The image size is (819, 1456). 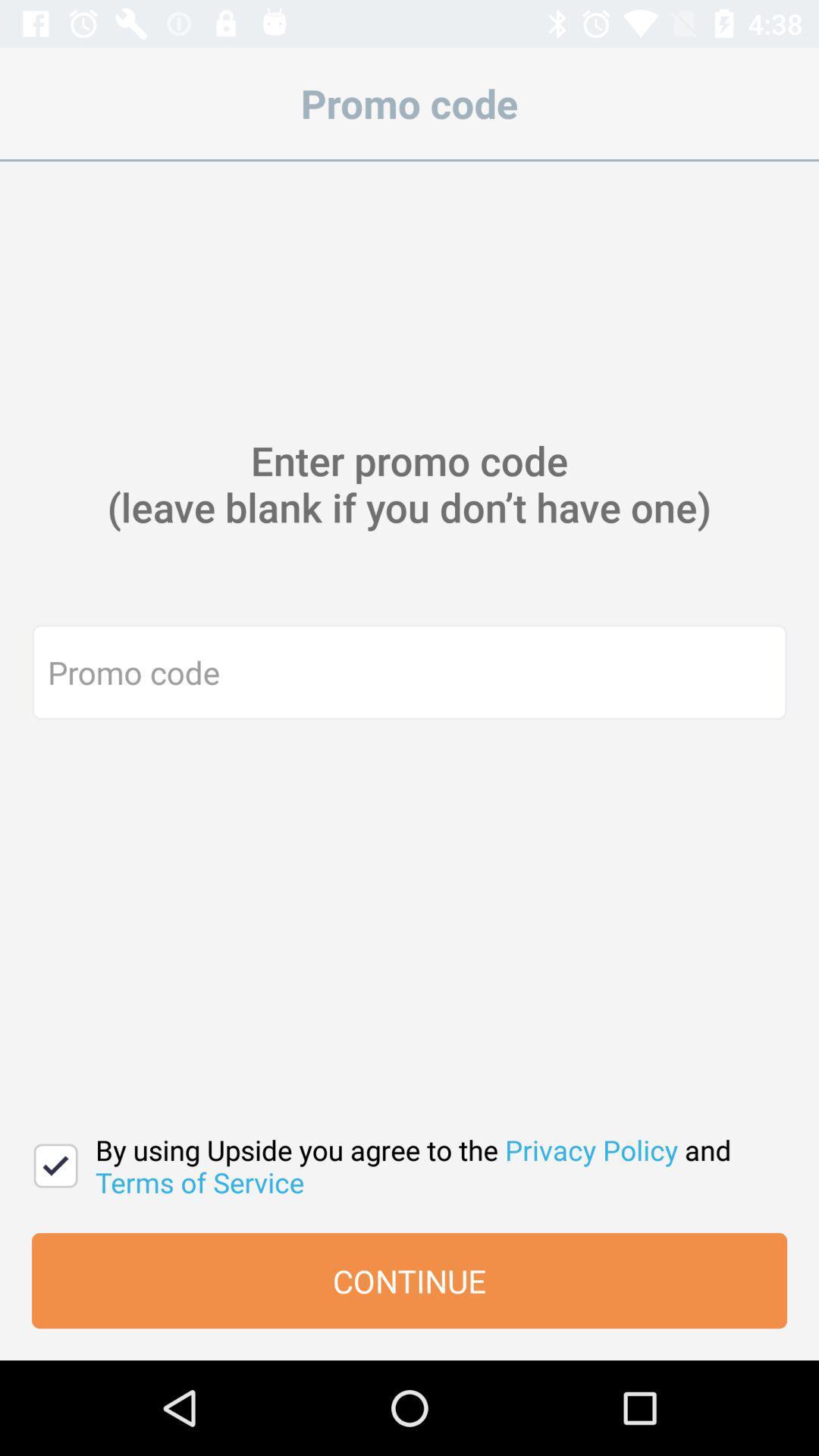 What do you see at coordinates (55, 1165) in the screenshot?
I see `agree to terms of service` at bounding box center [55, 1165].